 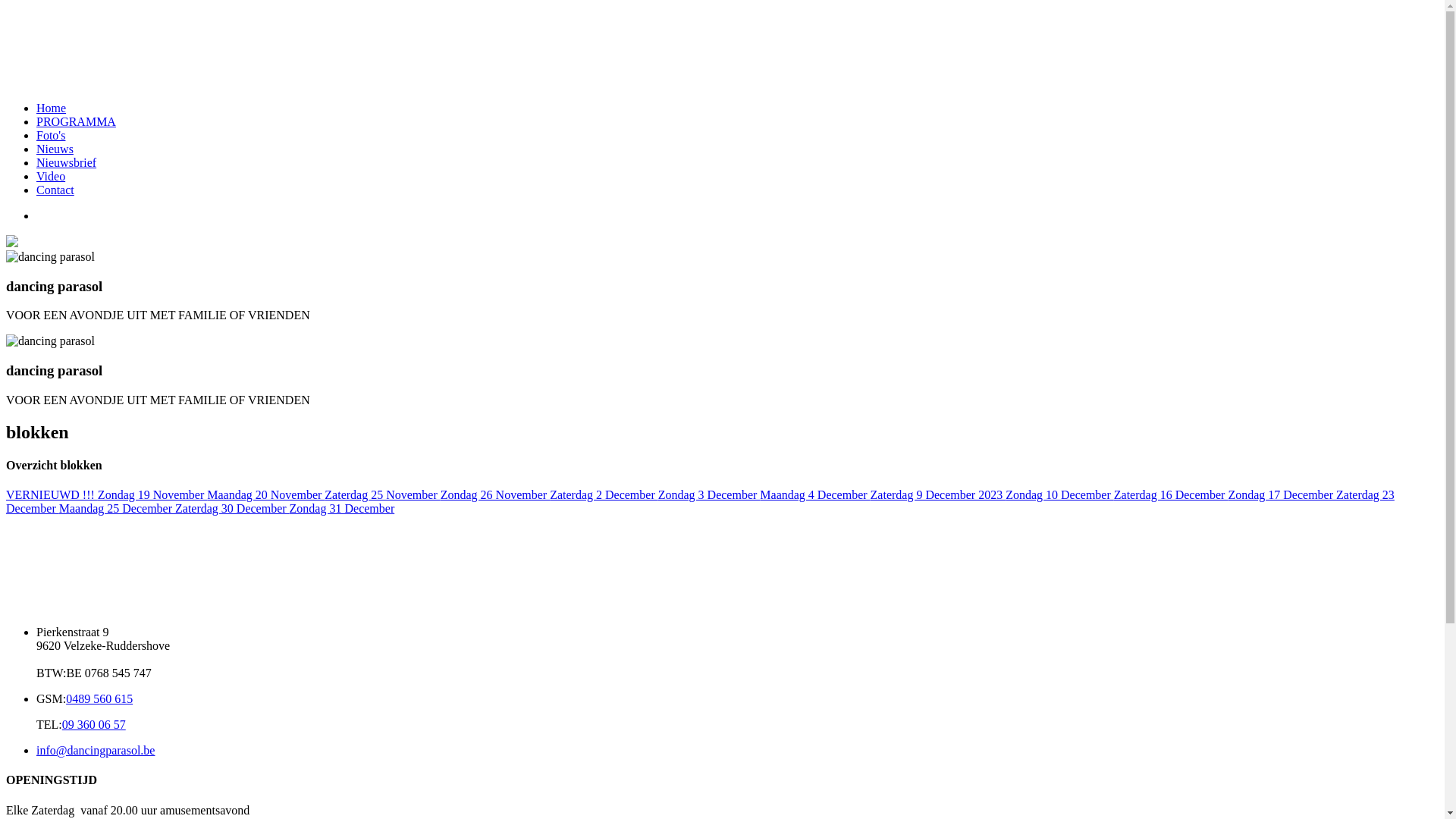 I want to click on 'Contact', so click(x=55, y=189).